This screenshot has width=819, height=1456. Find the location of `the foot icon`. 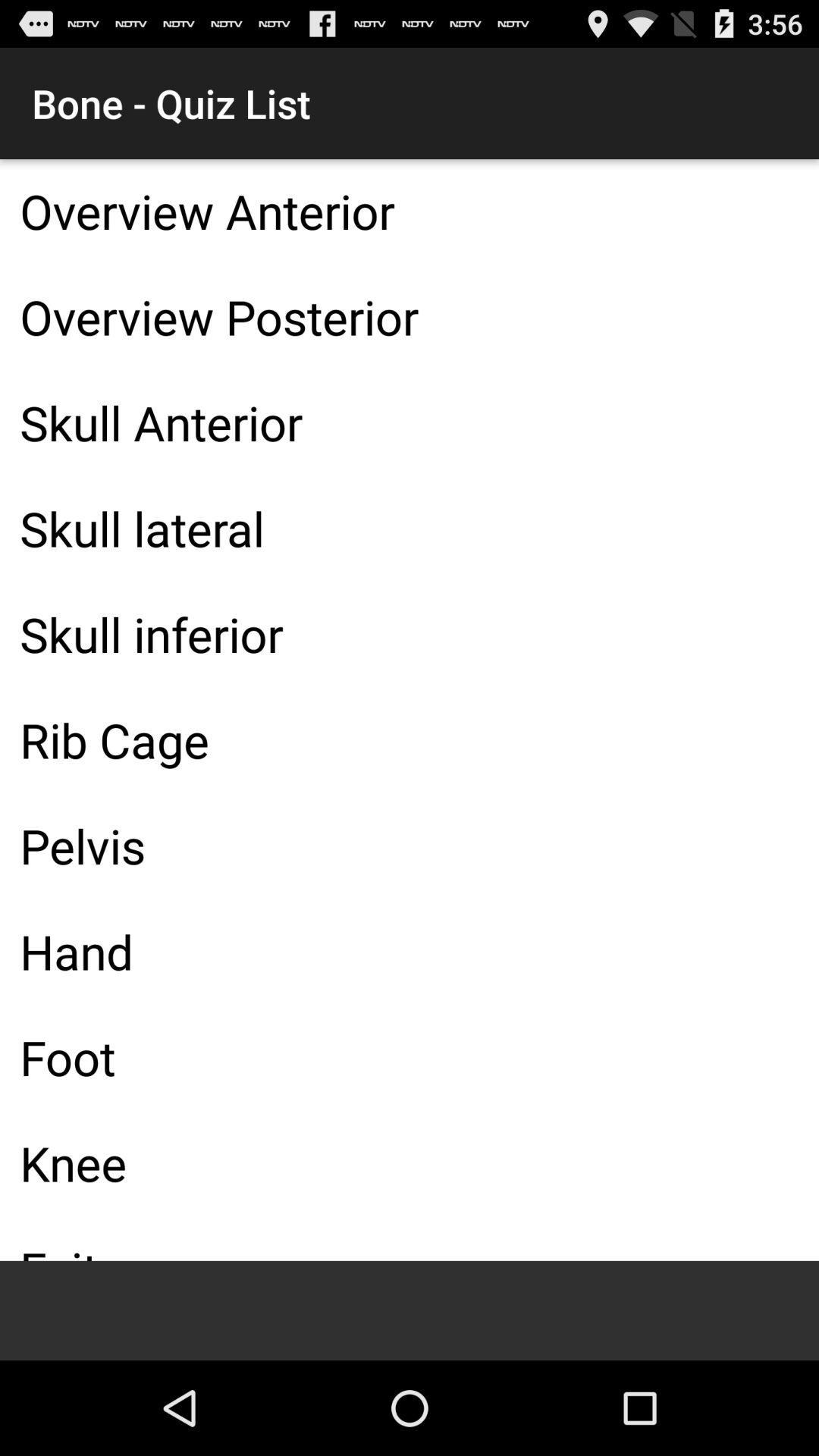

the foot icon is located at coordinates (409, 1056).